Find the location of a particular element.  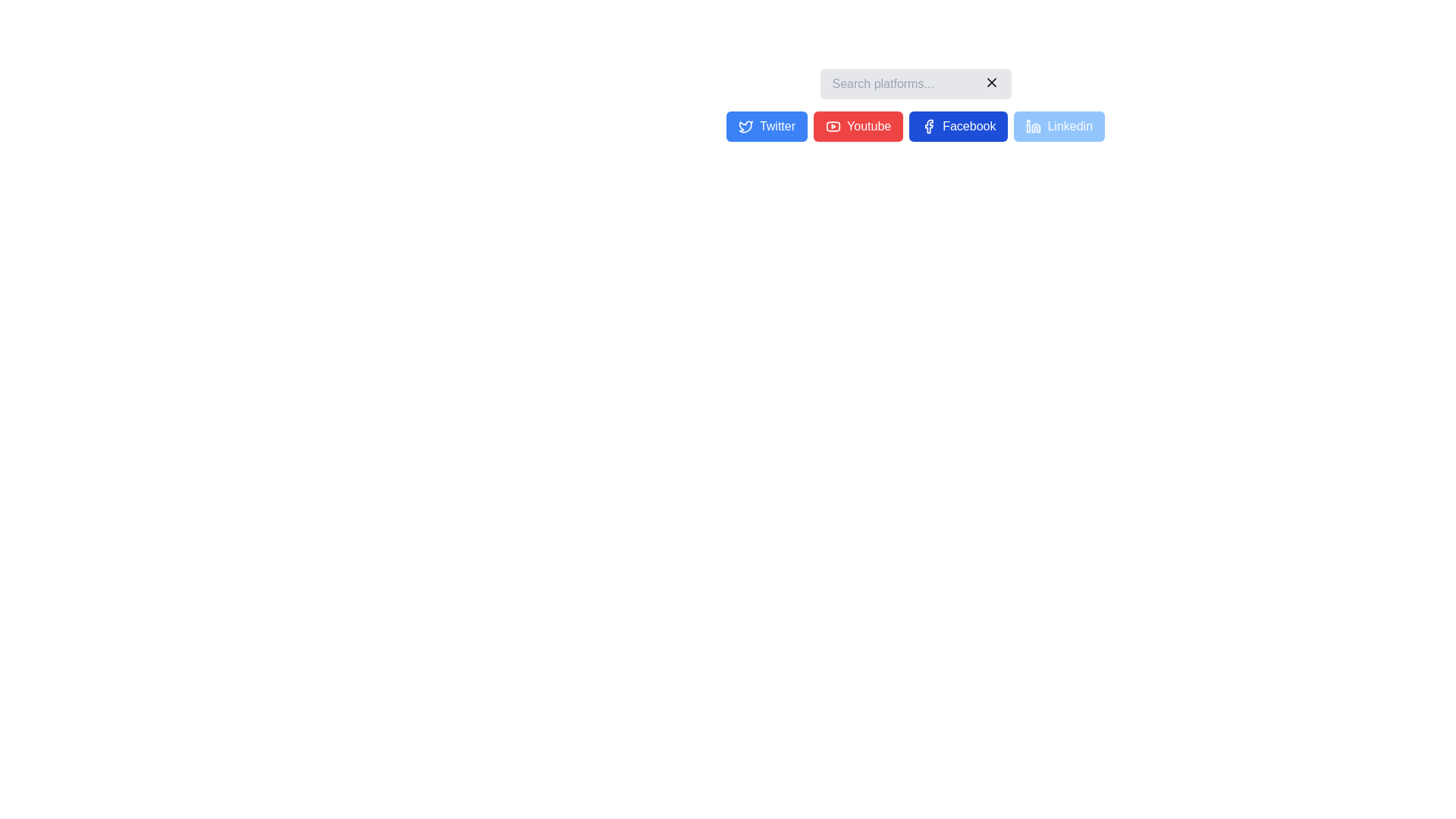

the first icon button in the row of social media buttons is located at coordinates (745, 126).